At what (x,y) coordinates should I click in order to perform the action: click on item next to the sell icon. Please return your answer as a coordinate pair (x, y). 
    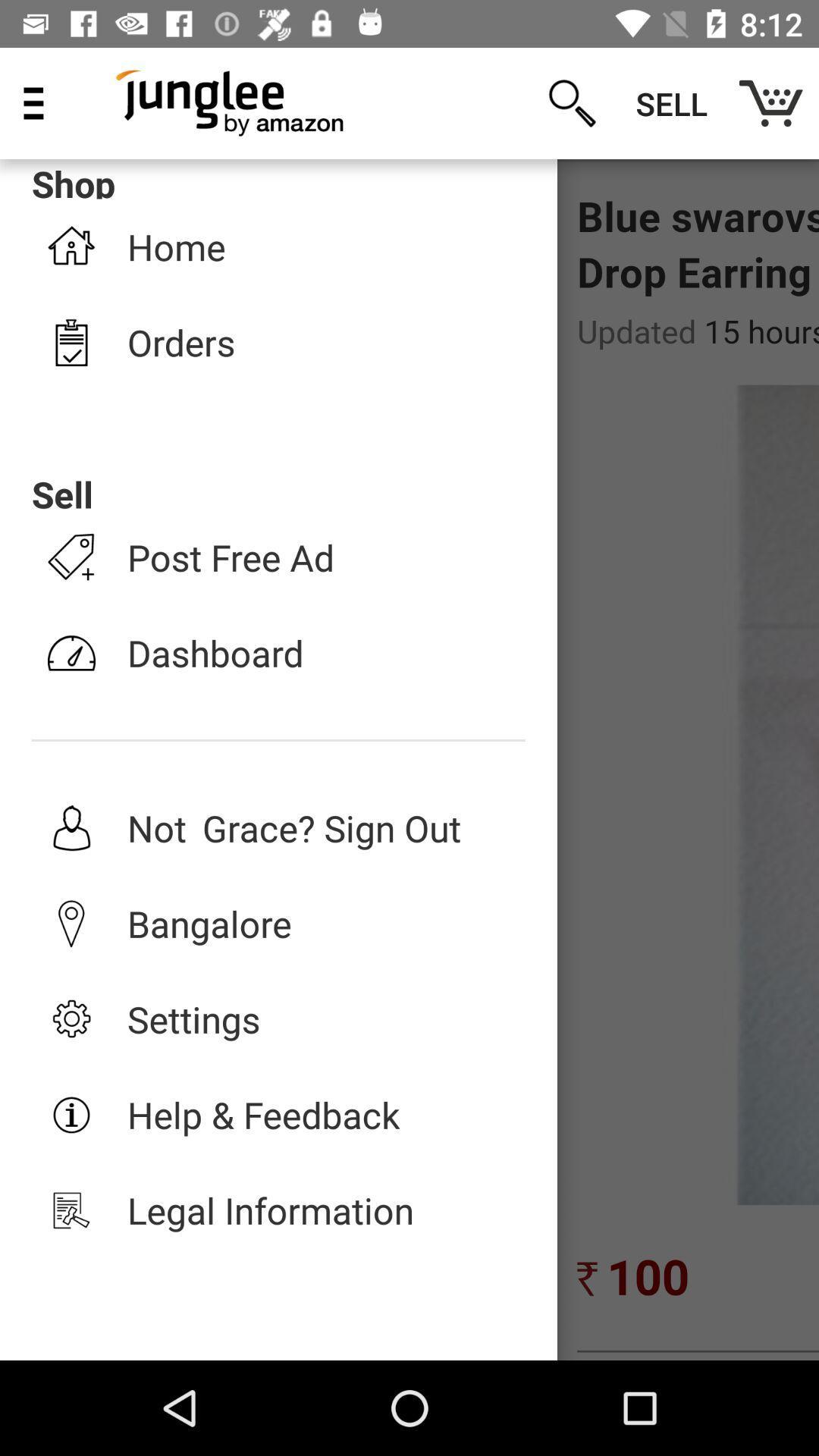
    Looking at the image, I should click on (771, 102).